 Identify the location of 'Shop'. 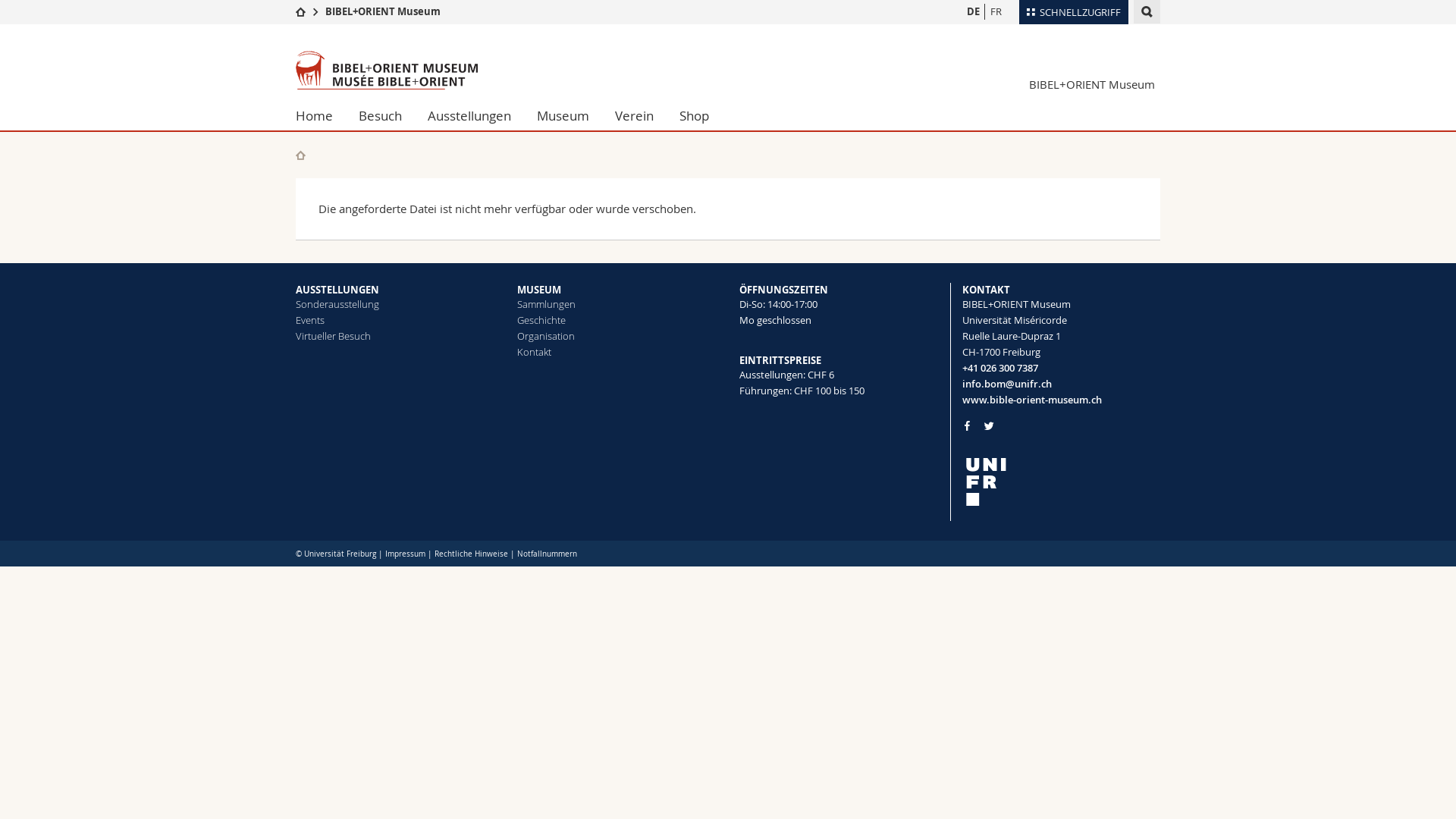
(693, 115).